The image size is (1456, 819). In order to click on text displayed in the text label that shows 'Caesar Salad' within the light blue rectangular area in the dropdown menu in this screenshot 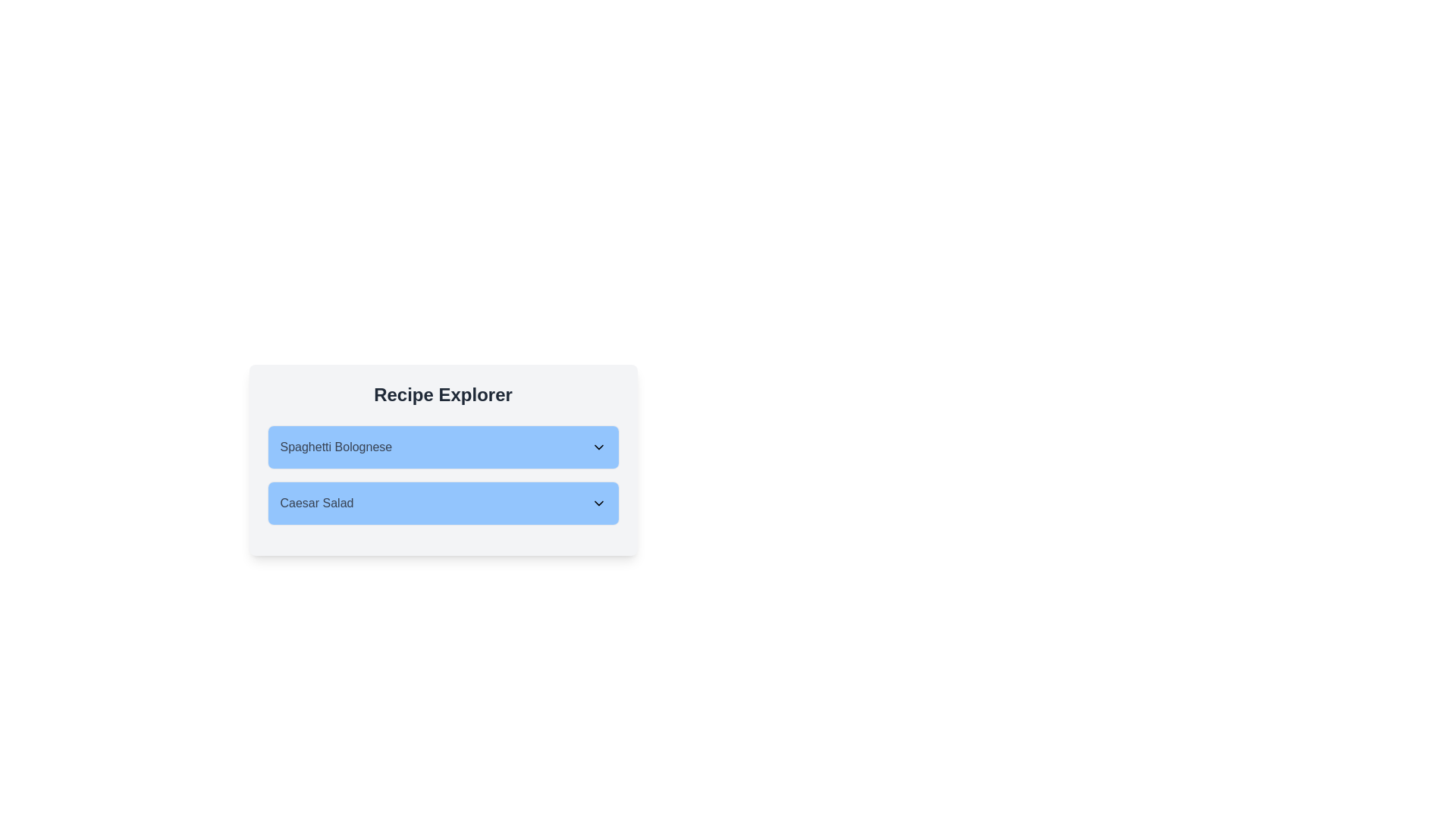, I will do `click(315, 503)`.